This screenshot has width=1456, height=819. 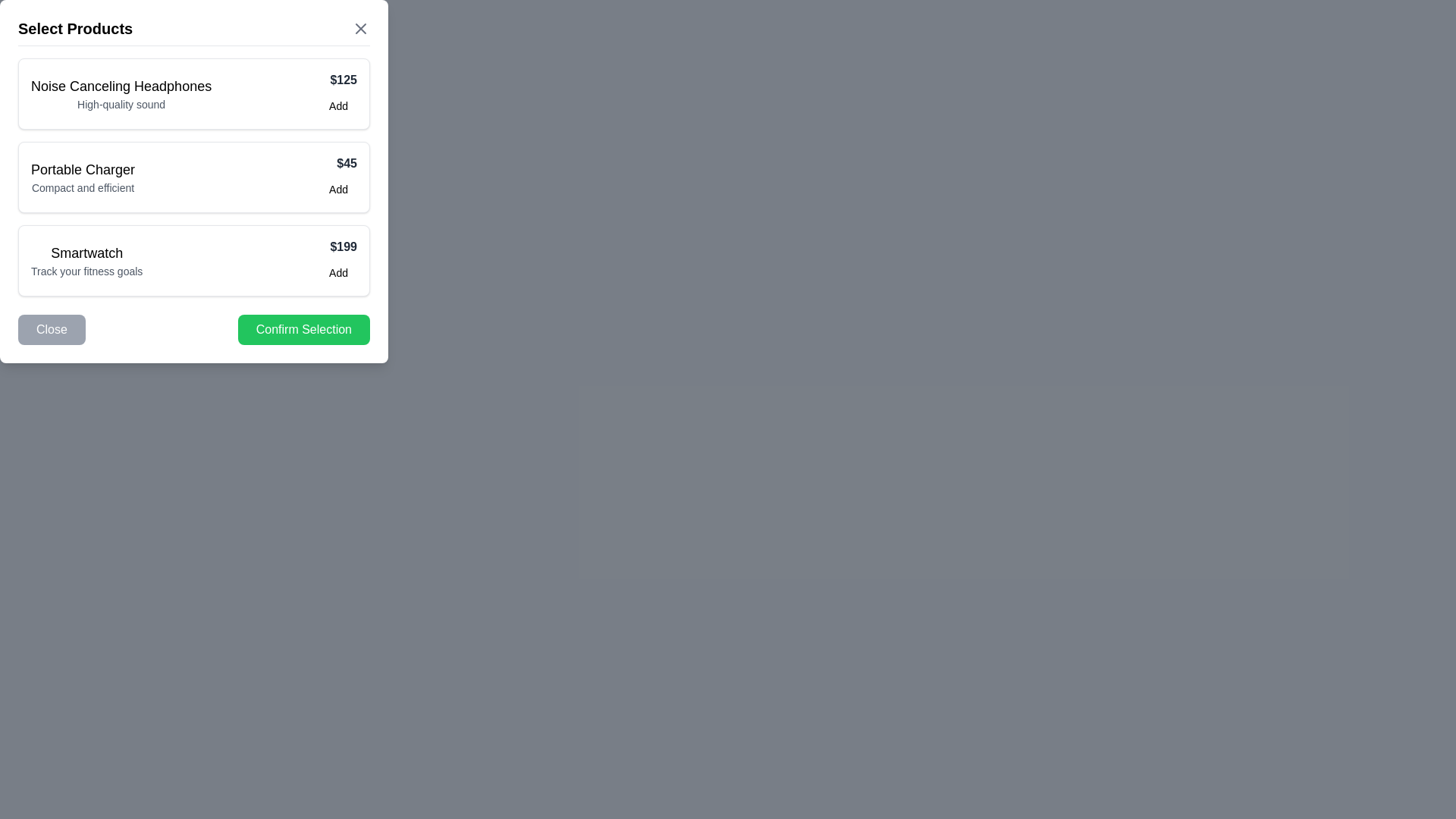 I want to click on the 'Confirm Selection' button, so click(x=303, y=329).